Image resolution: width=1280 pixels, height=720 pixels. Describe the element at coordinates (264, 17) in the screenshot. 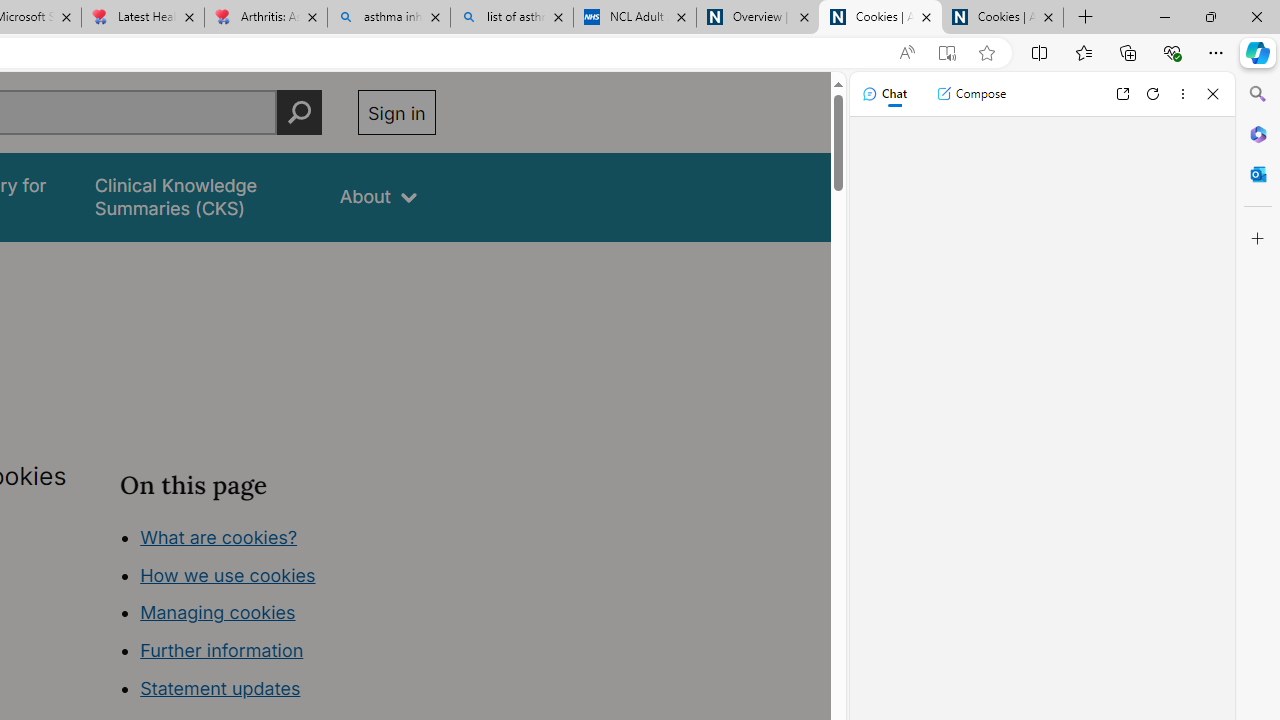

I see `'Arthritis: Ask Health Professionals'` at that location.